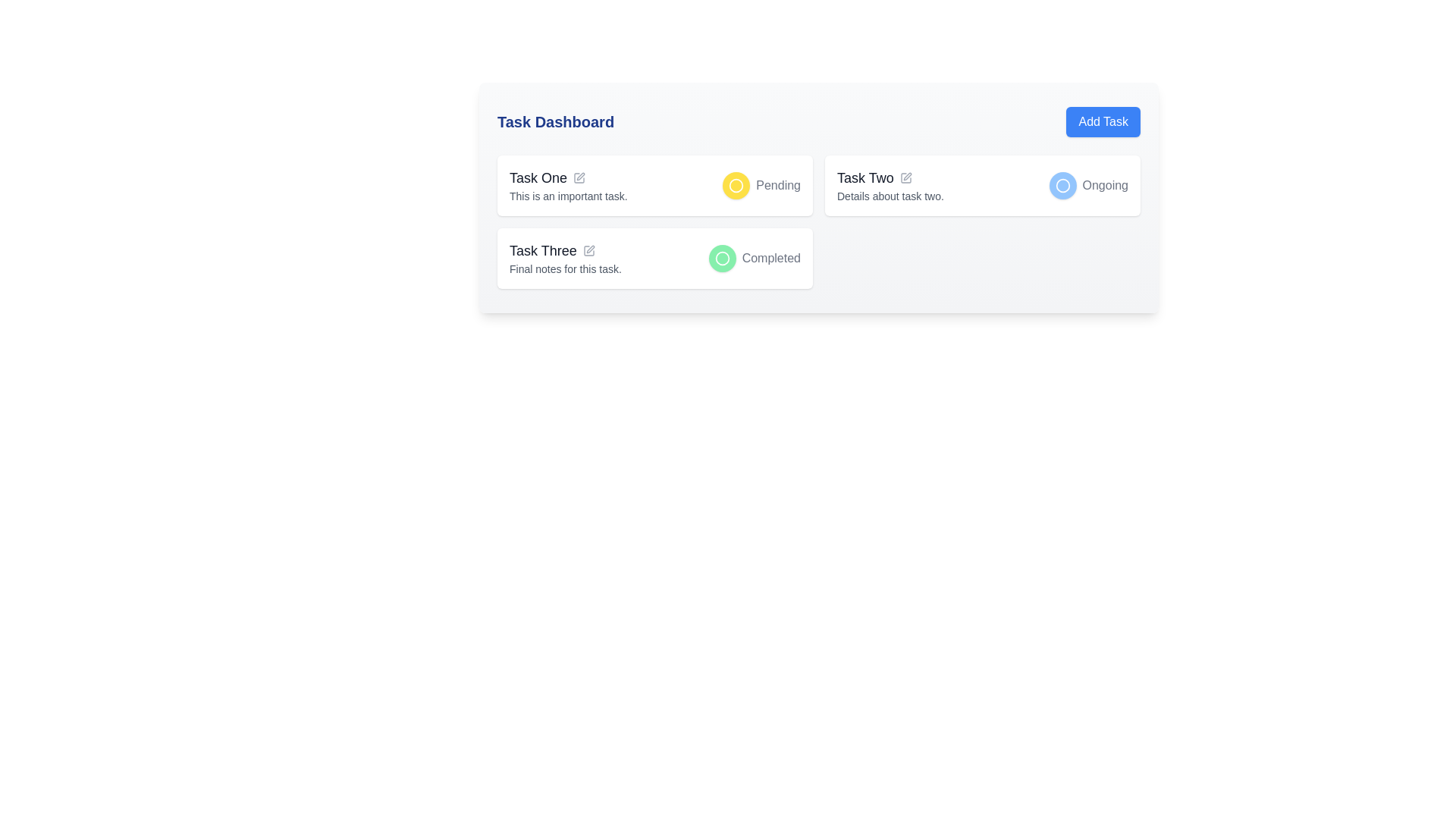 The width and height of the screenshot is (1456, 819). What do you see at coordinates (755, 257) in the screenshot?
I see `status information from the status indicator for 'Task Three', which is visually signifying the task as completed and is located in the lower row of the task list, aligned to the right of the label 'Task Three'` at bounding box center [755, 257].